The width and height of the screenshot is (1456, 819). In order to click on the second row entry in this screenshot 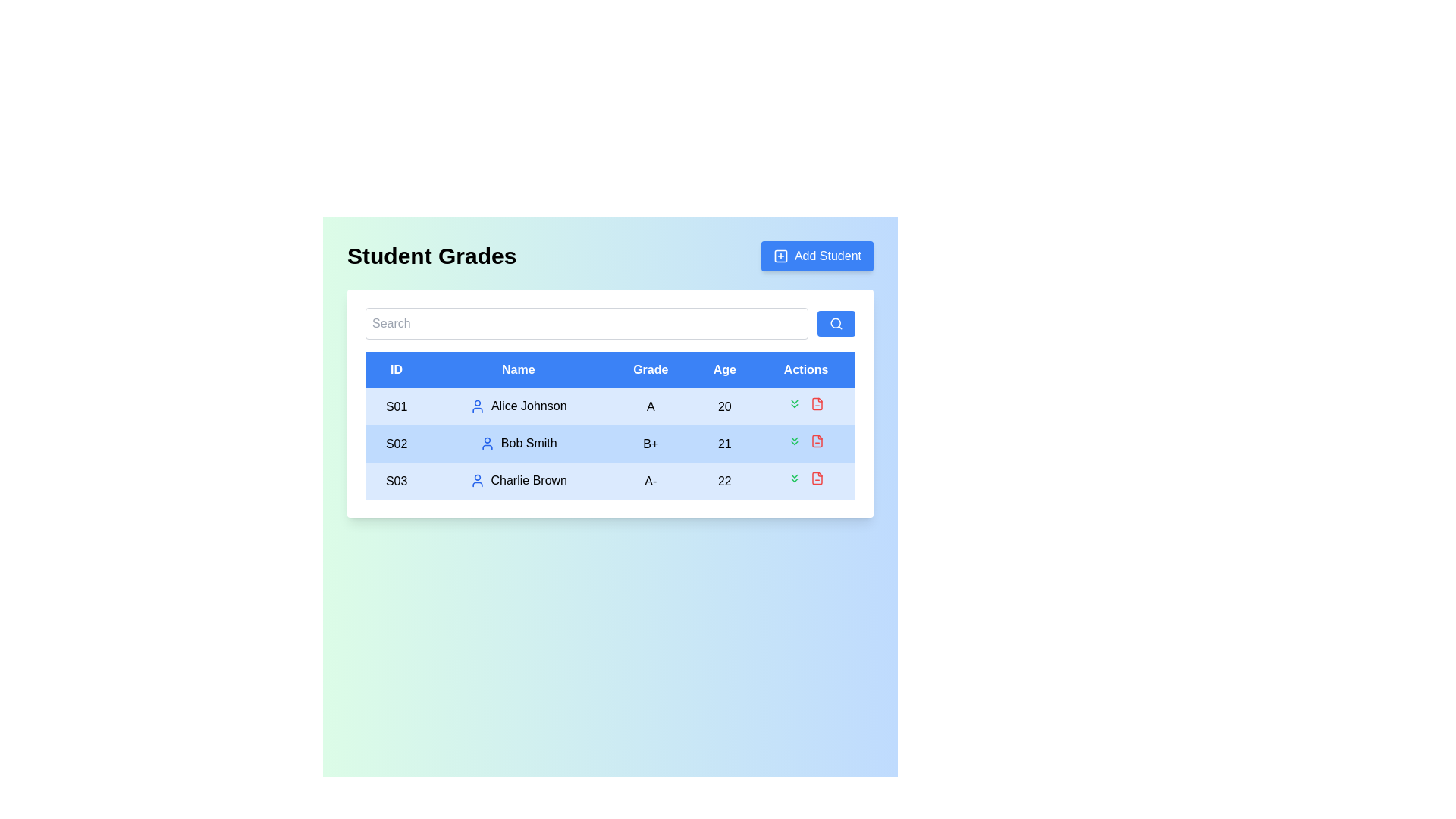, I will do `click(610, 444)`.